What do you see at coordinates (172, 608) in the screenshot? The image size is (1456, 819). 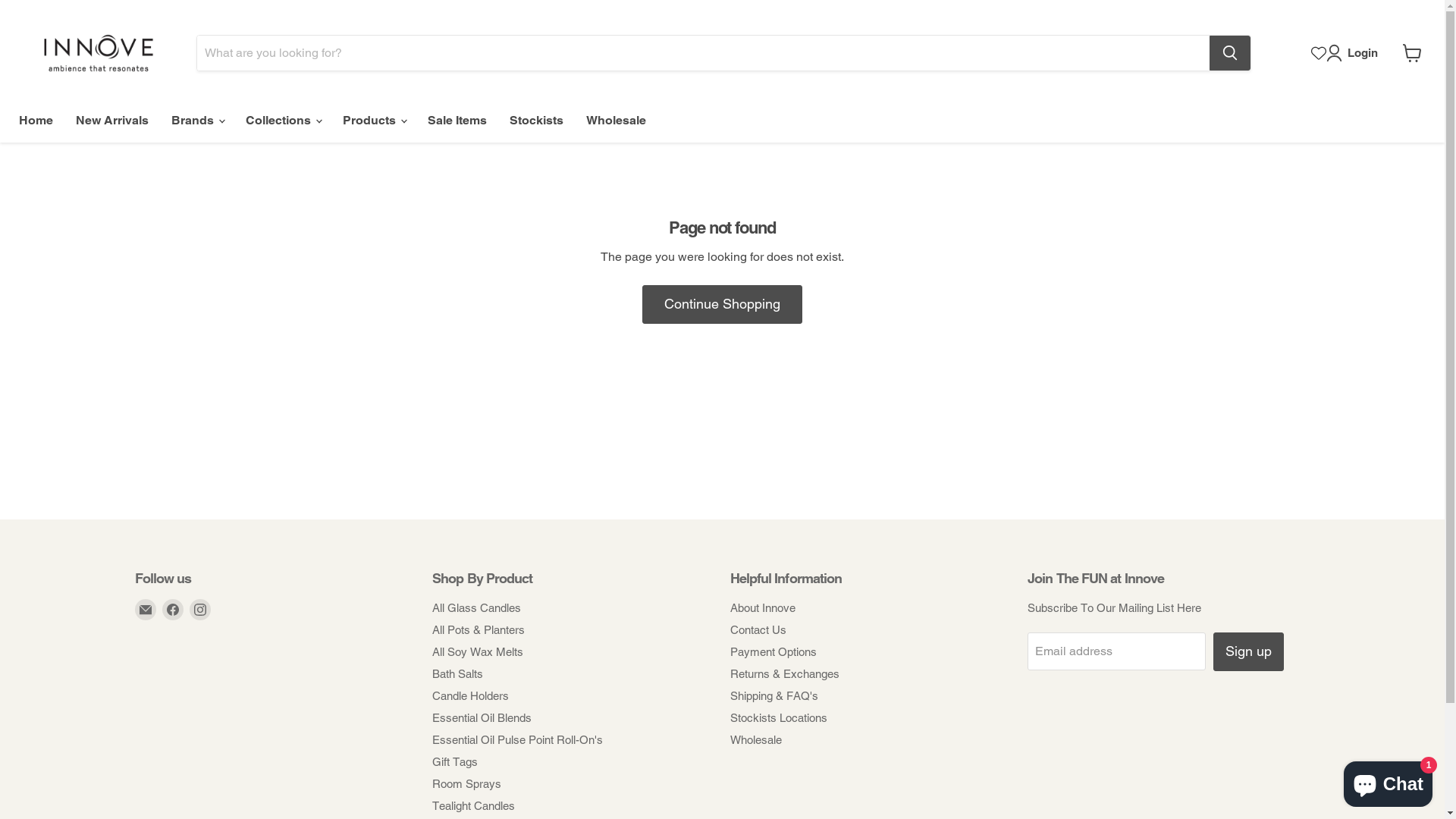 I see `'Find us on Facebook'` at bounding box center [172, 608].